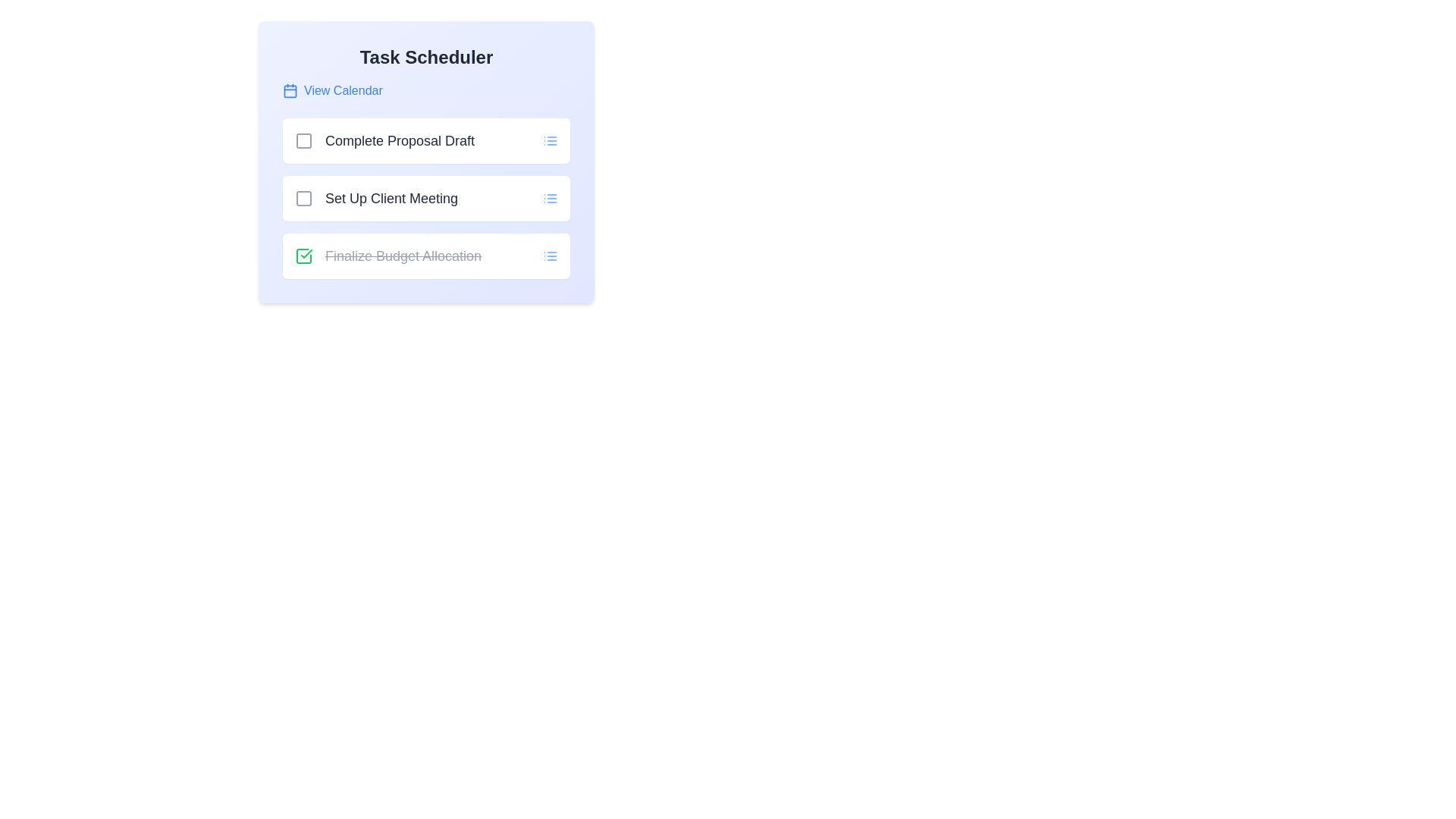 This screenshot has height=819, width=1456. What do you see at coordinates (549, 140) in the screenshot?
I see `the 'More Options' icon for the task 'Complete Proposal Draft'` at bounding box center [549, 140].